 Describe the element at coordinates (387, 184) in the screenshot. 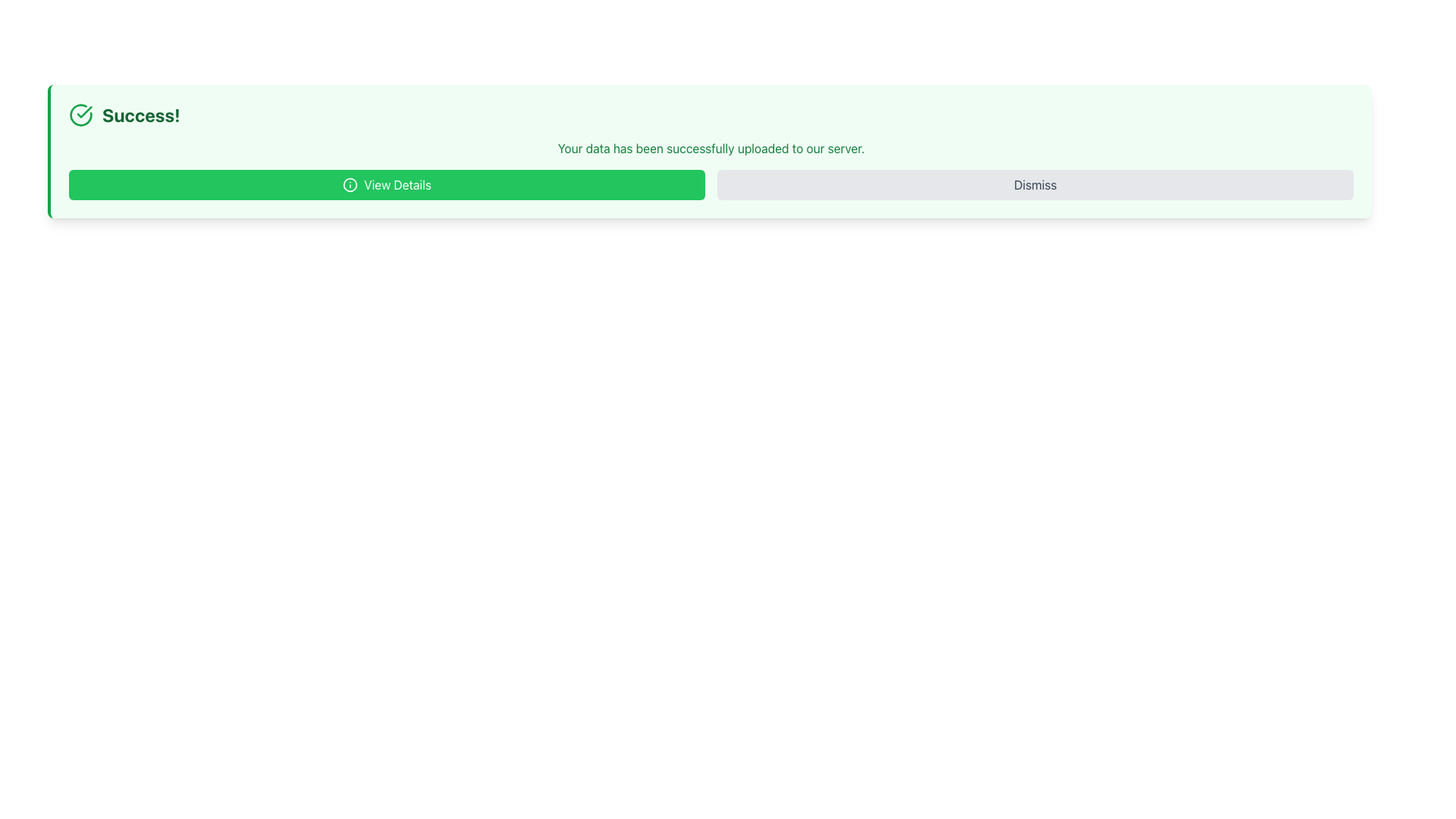

I see `the tooltip of the 'View Details' button, which is the leftmost button in a row of two buttons, positioned to the left of the 'Dismiss' button` at that location.